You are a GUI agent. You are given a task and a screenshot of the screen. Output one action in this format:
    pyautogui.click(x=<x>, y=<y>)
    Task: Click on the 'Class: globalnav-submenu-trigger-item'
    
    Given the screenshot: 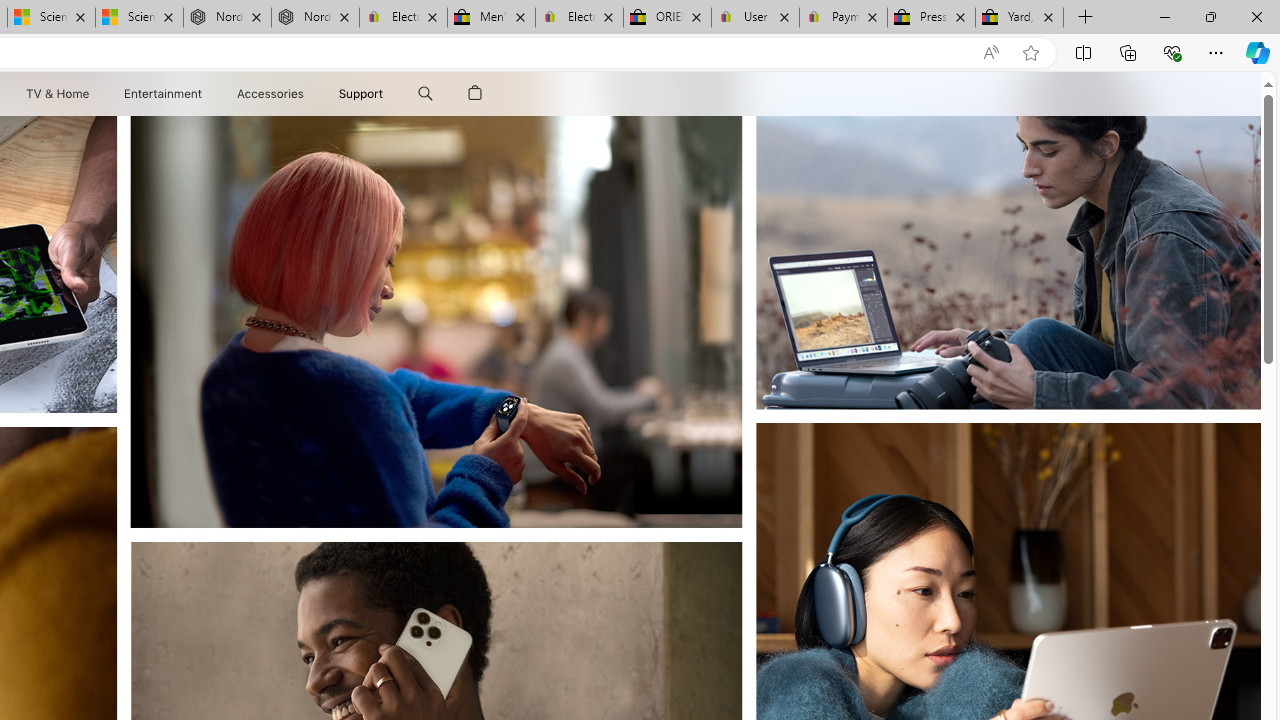 What is the action you would take?
    pyautogui.click(x=387, y=93)
    